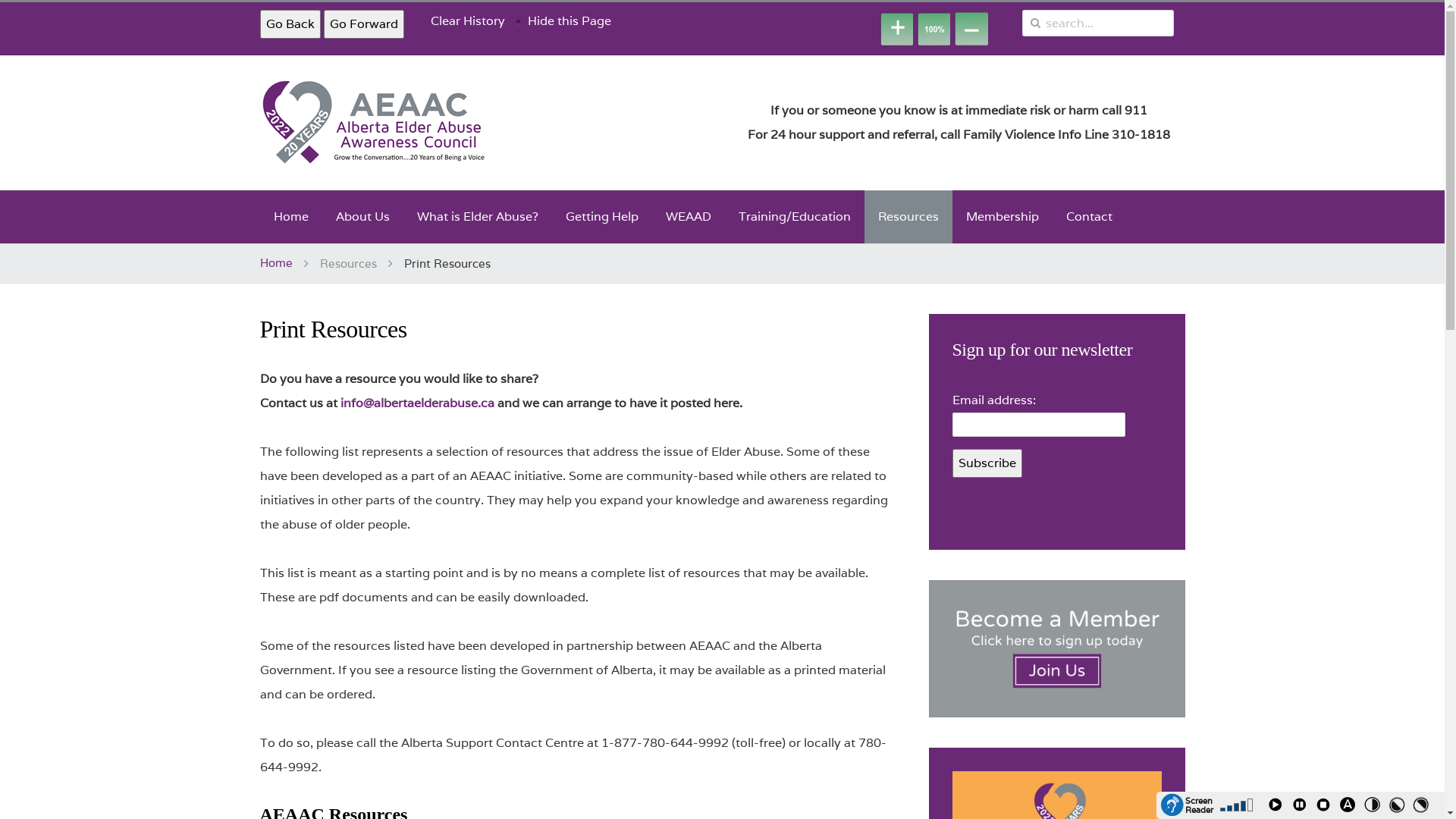 This screenshot has width=1456, height=819. Describe the element at coordinates (403, 216) in the screenshot. I see `'What is Elder Abuse?'` at that location.